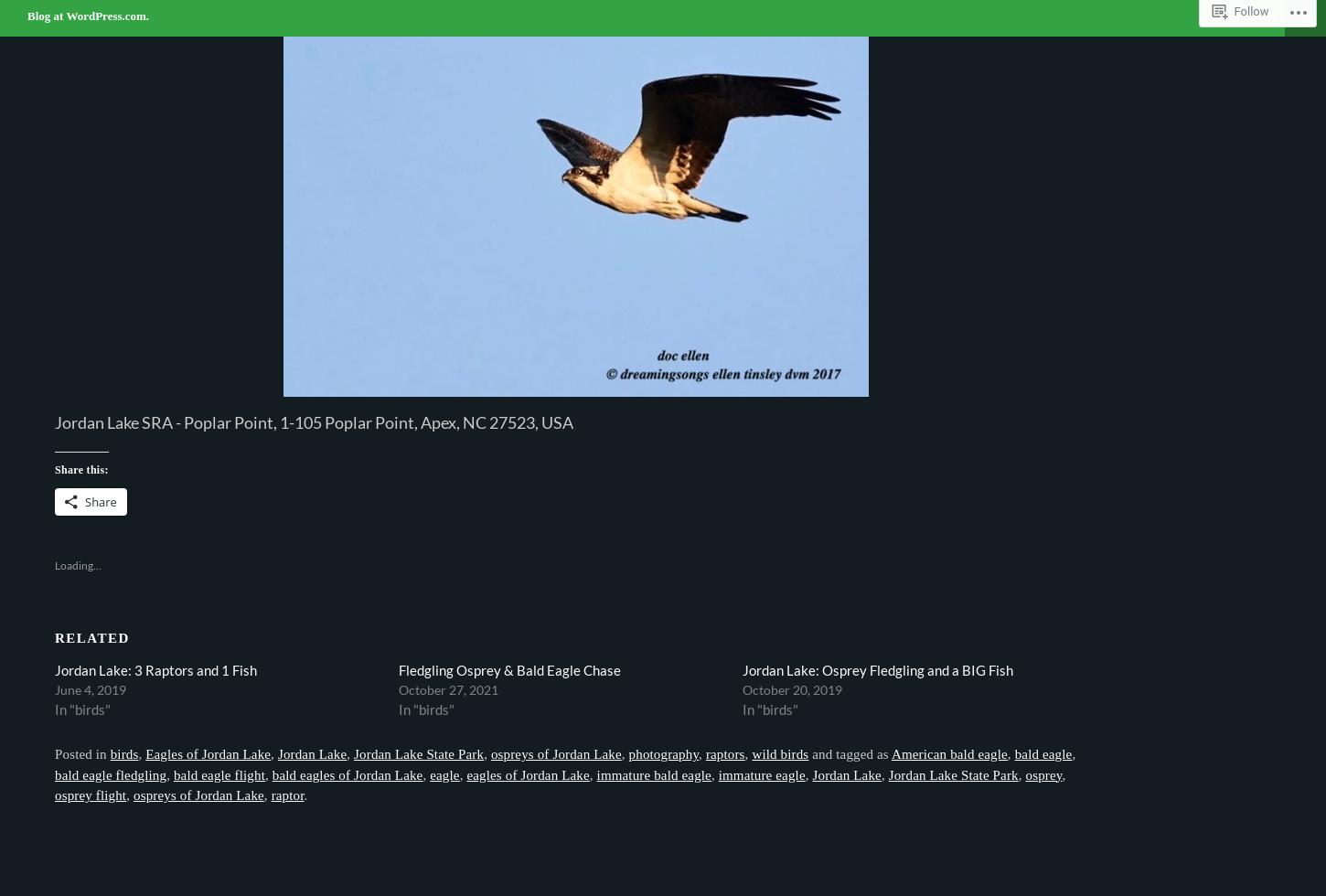 The image size is (1326, 896). I want to click on 'Related', so click(91, 636).